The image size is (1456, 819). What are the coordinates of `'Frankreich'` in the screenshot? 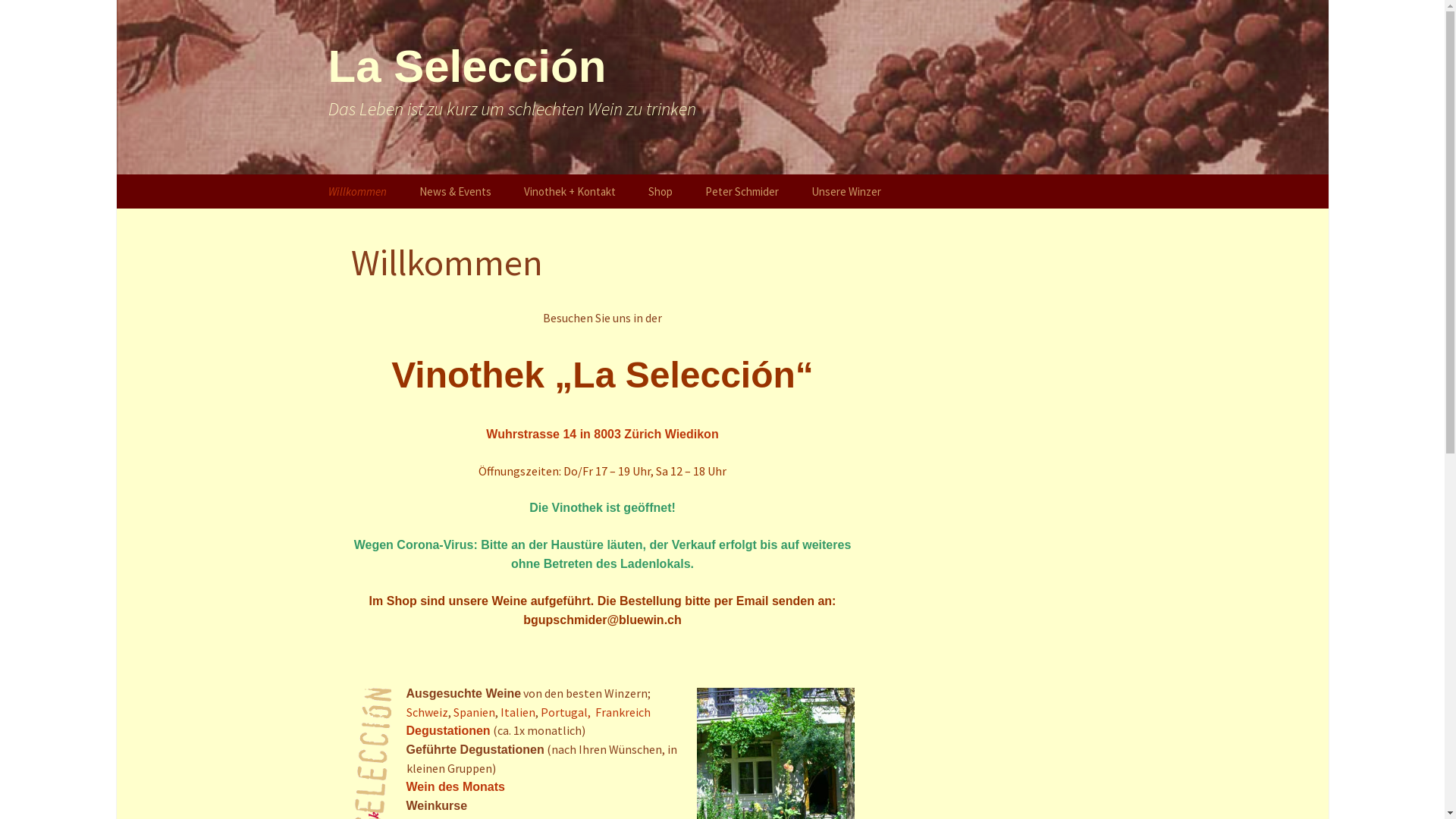 It's located at (593, 711).